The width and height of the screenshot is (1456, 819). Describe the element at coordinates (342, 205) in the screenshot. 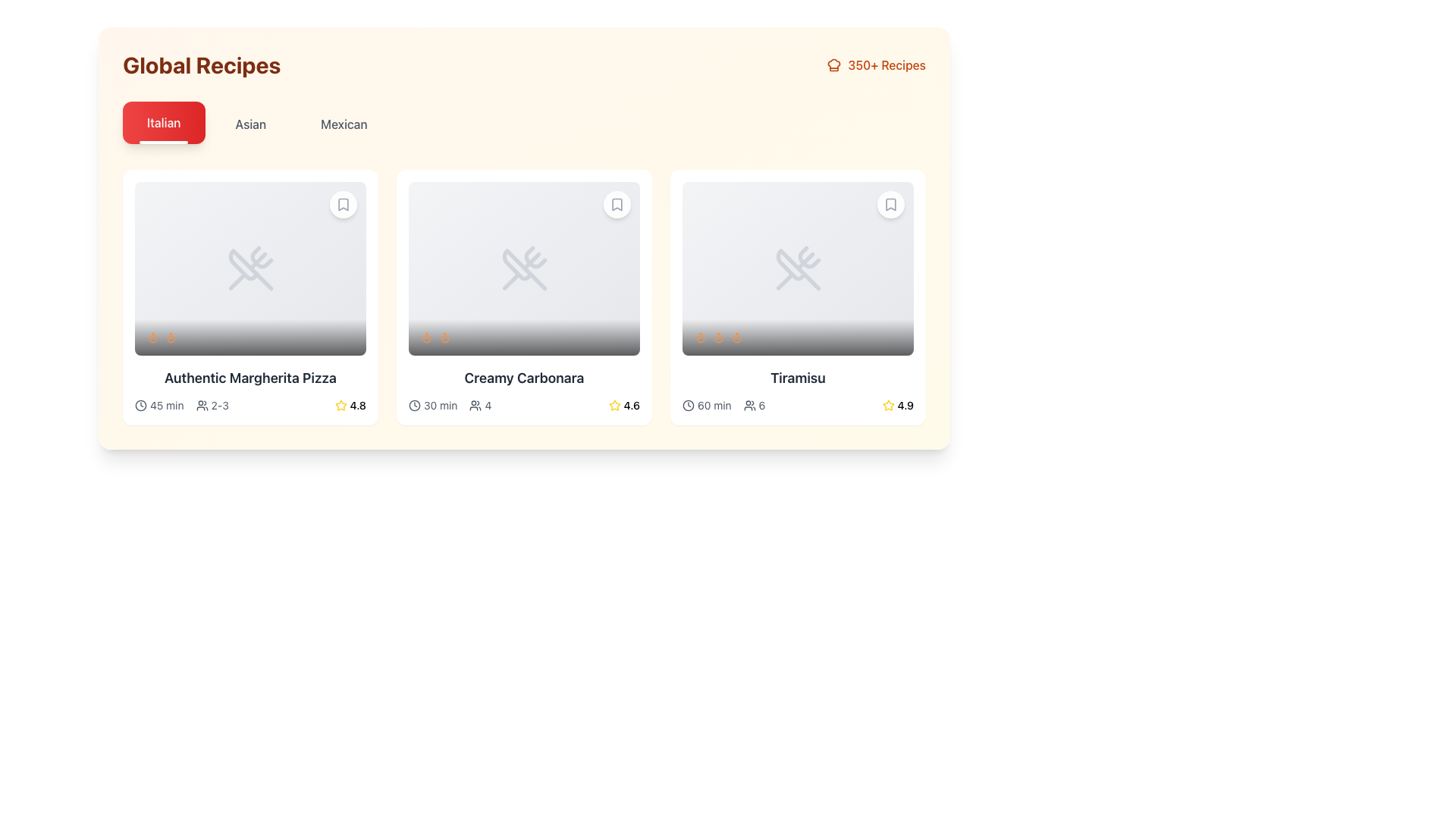

I see `the bookmark button located in the top-right section of the 'Authentic Margherita Pizza' card` at that location.